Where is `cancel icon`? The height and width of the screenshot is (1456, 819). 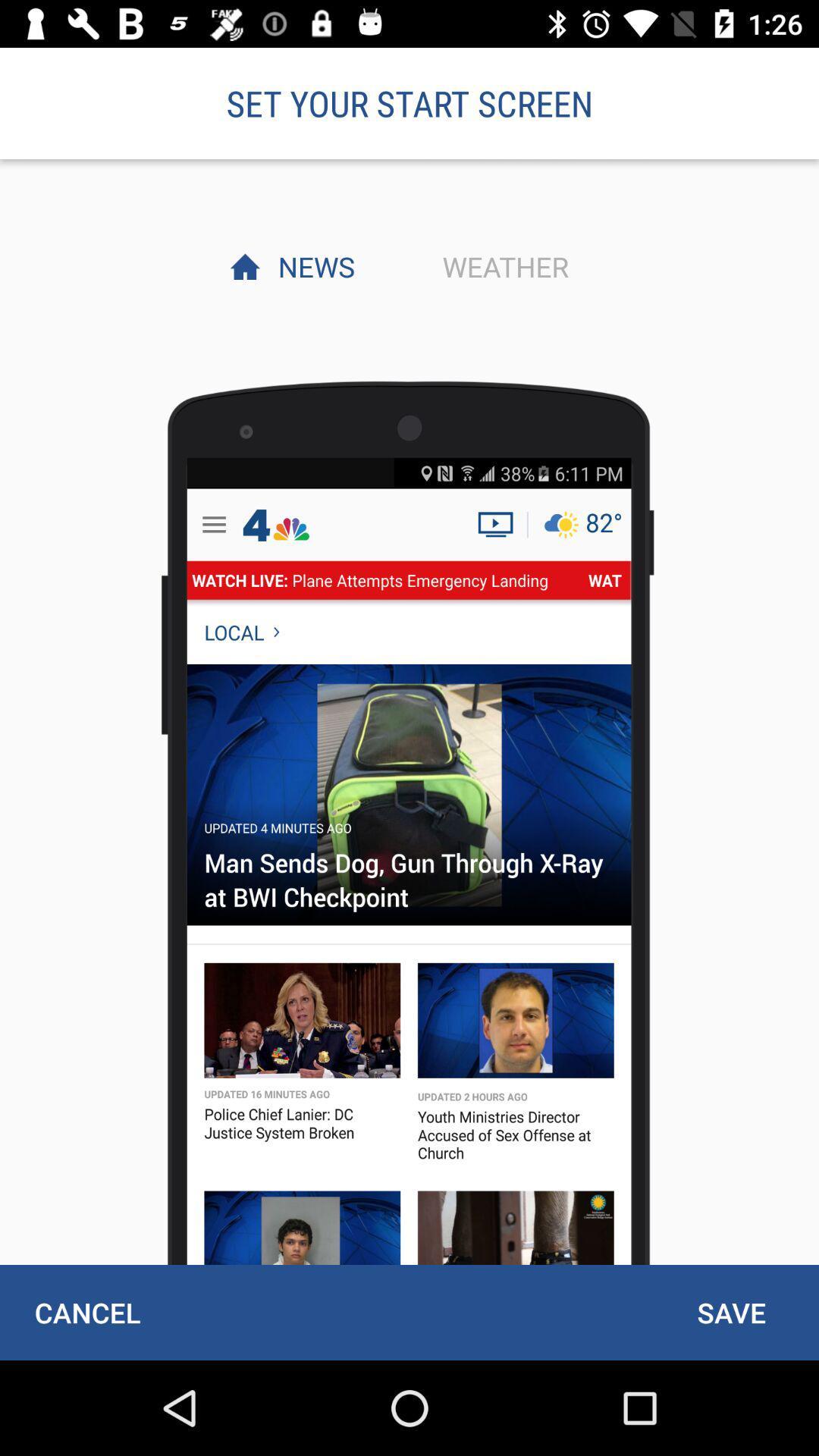
cancel icon is located at coordinates (87, 1312).